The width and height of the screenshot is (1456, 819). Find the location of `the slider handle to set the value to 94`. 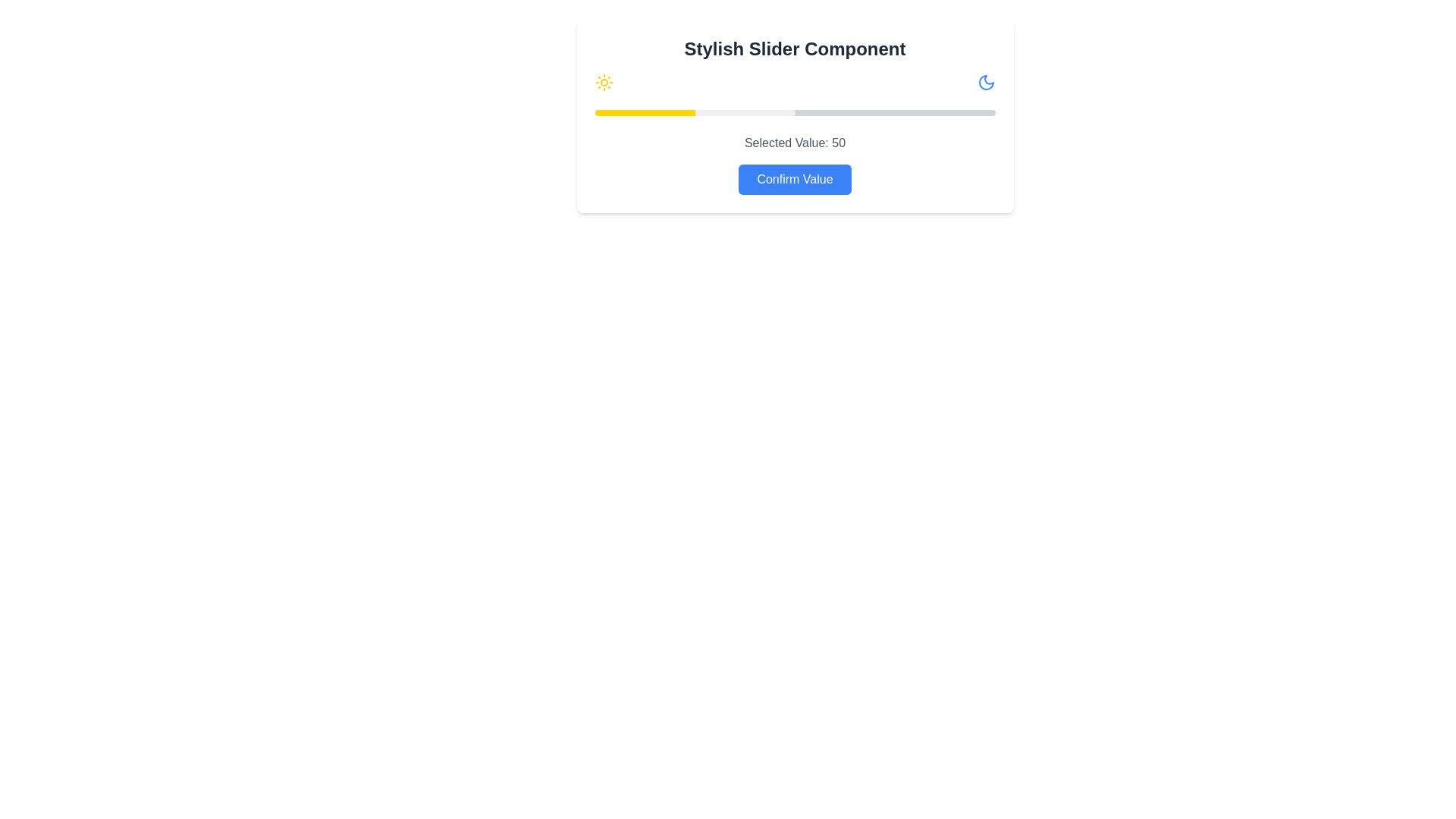

the slider handle to set the value to 94 is located at coordinates (971, 112).